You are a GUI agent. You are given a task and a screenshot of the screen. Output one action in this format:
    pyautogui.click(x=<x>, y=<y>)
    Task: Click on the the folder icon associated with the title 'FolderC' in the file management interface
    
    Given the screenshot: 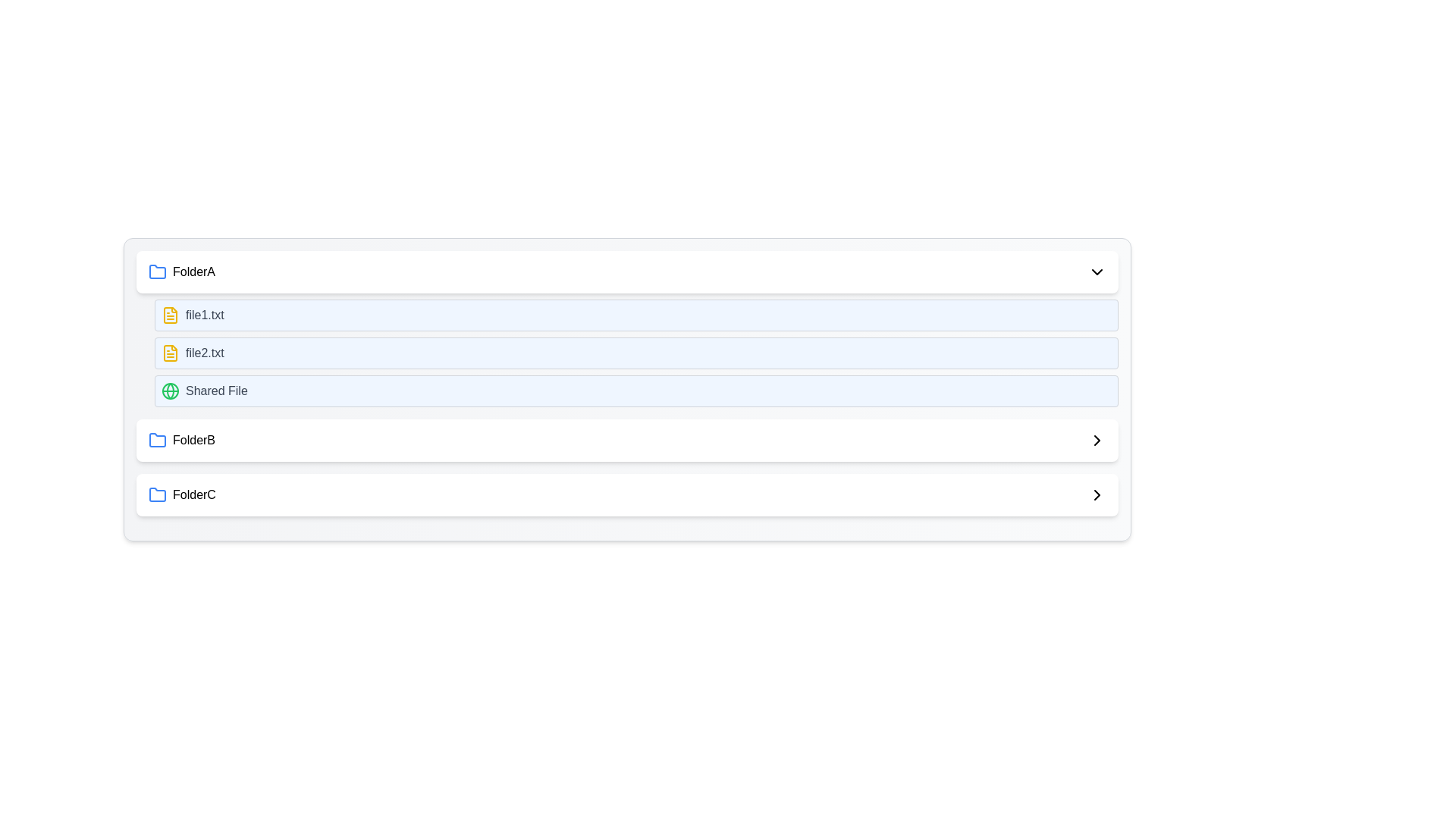 What is the action you would take?
    pyautogui.click(x=157, y=271)
    